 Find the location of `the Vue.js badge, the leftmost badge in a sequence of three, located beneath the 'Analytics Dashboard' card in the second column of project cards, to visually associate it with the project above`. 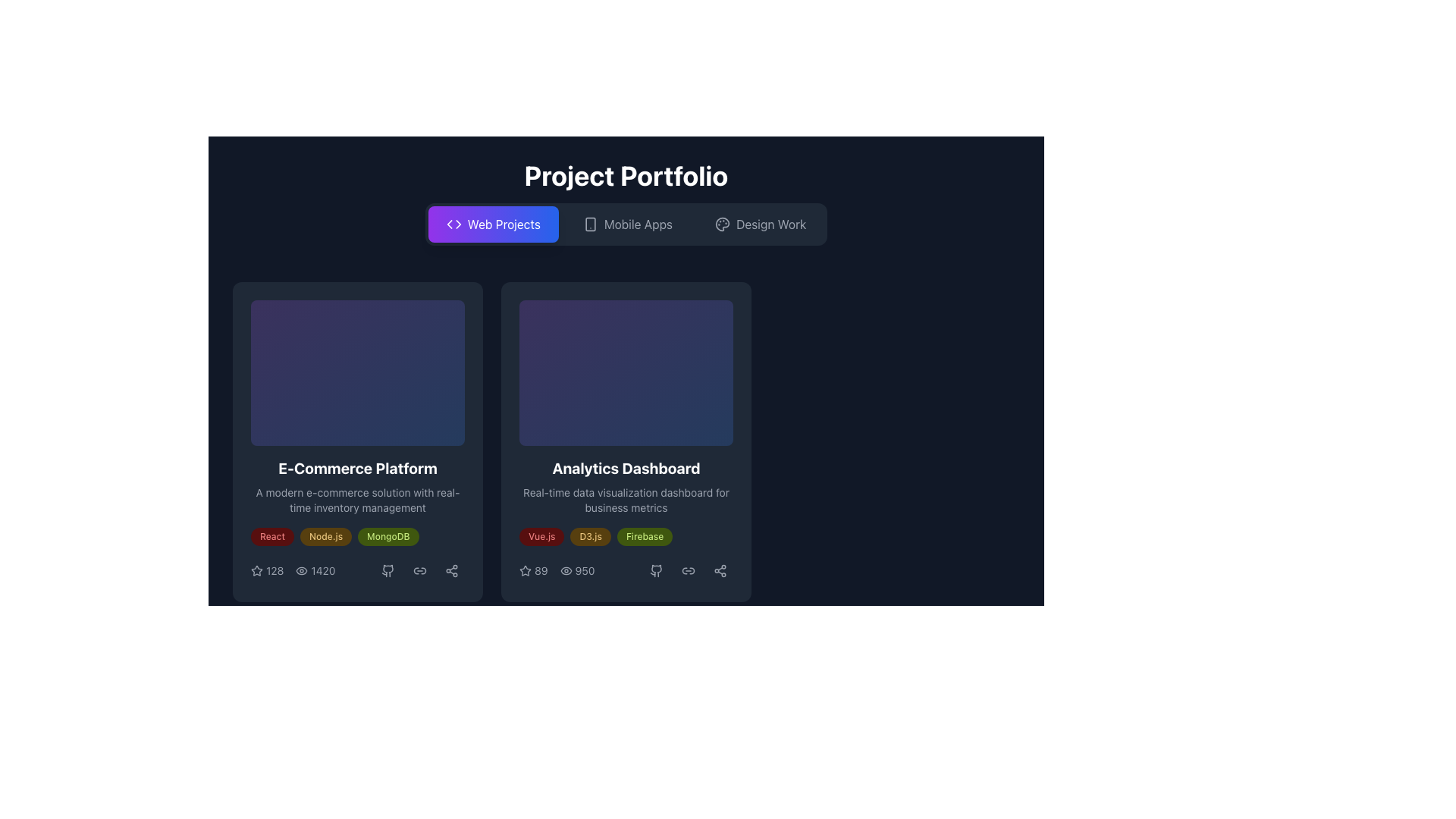

the Vue.js badge, the leftmost badge in a sequence of three, located beneath the 'Analytics Dashboard' card in the second column of project cards, to visually associate it with the project above is located at coordinates (541, 536).